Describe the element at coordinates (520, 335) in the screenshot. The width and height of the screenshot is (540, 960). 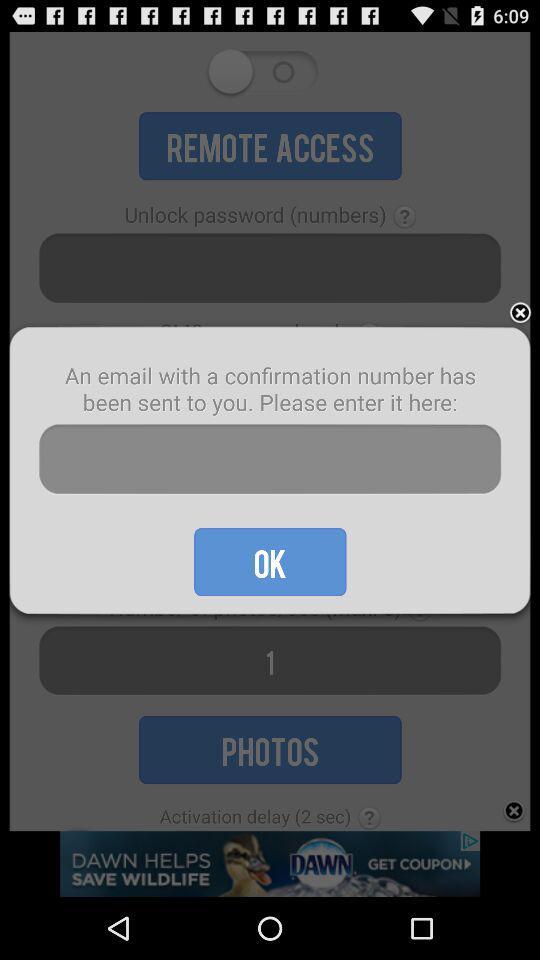
I see `the close icon` at that location.